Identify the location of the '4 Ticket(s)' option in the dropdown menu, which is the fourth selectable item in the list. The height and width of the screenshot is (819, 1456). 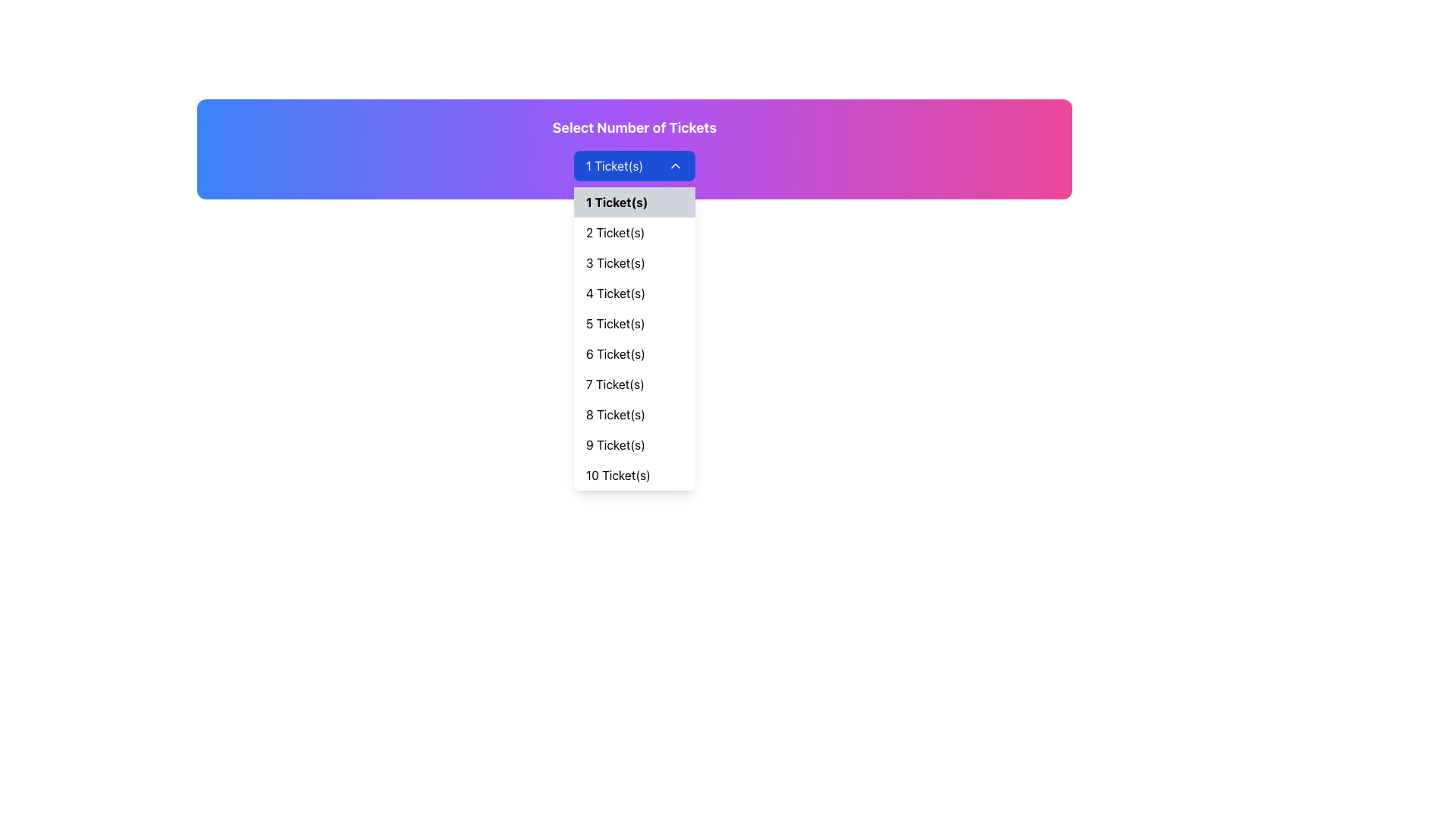
(634, 293).